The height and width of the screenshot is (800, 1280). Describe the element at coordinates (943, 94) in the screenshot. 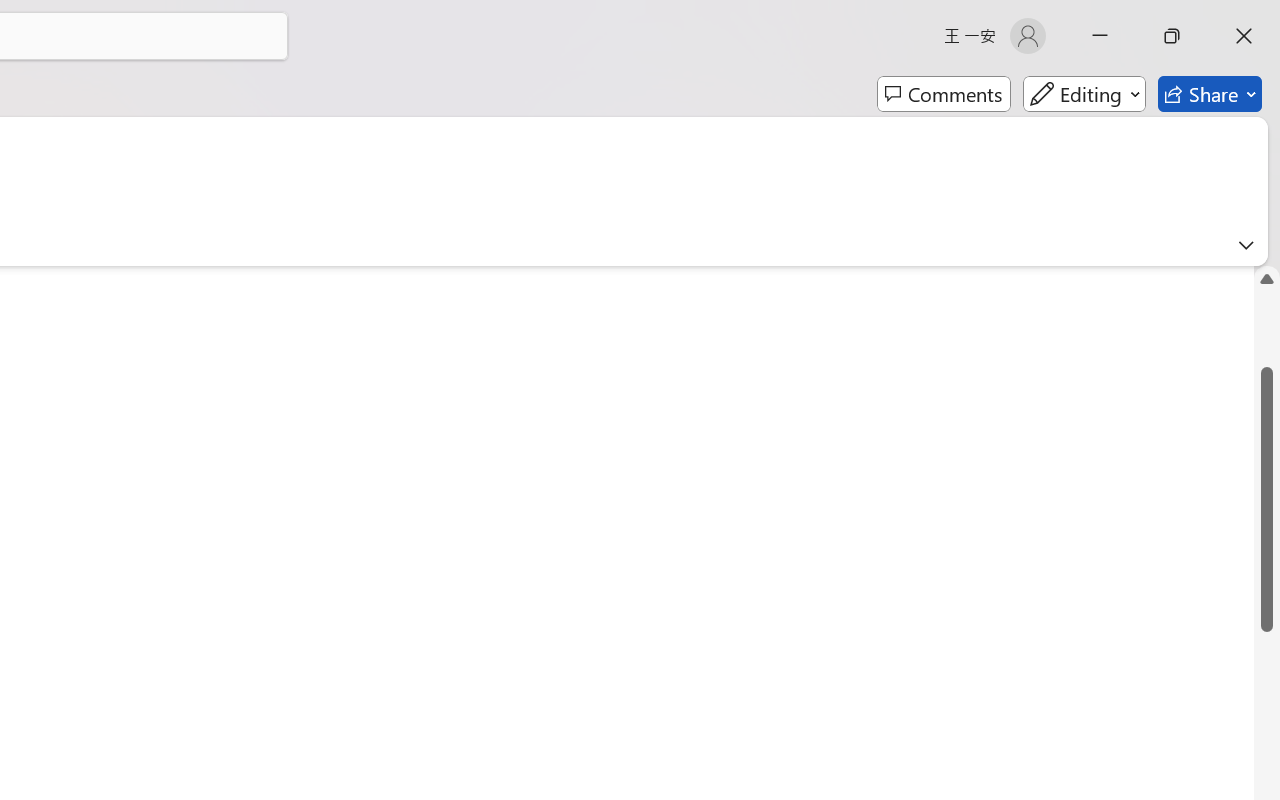

I see `'Comments'` at that location.